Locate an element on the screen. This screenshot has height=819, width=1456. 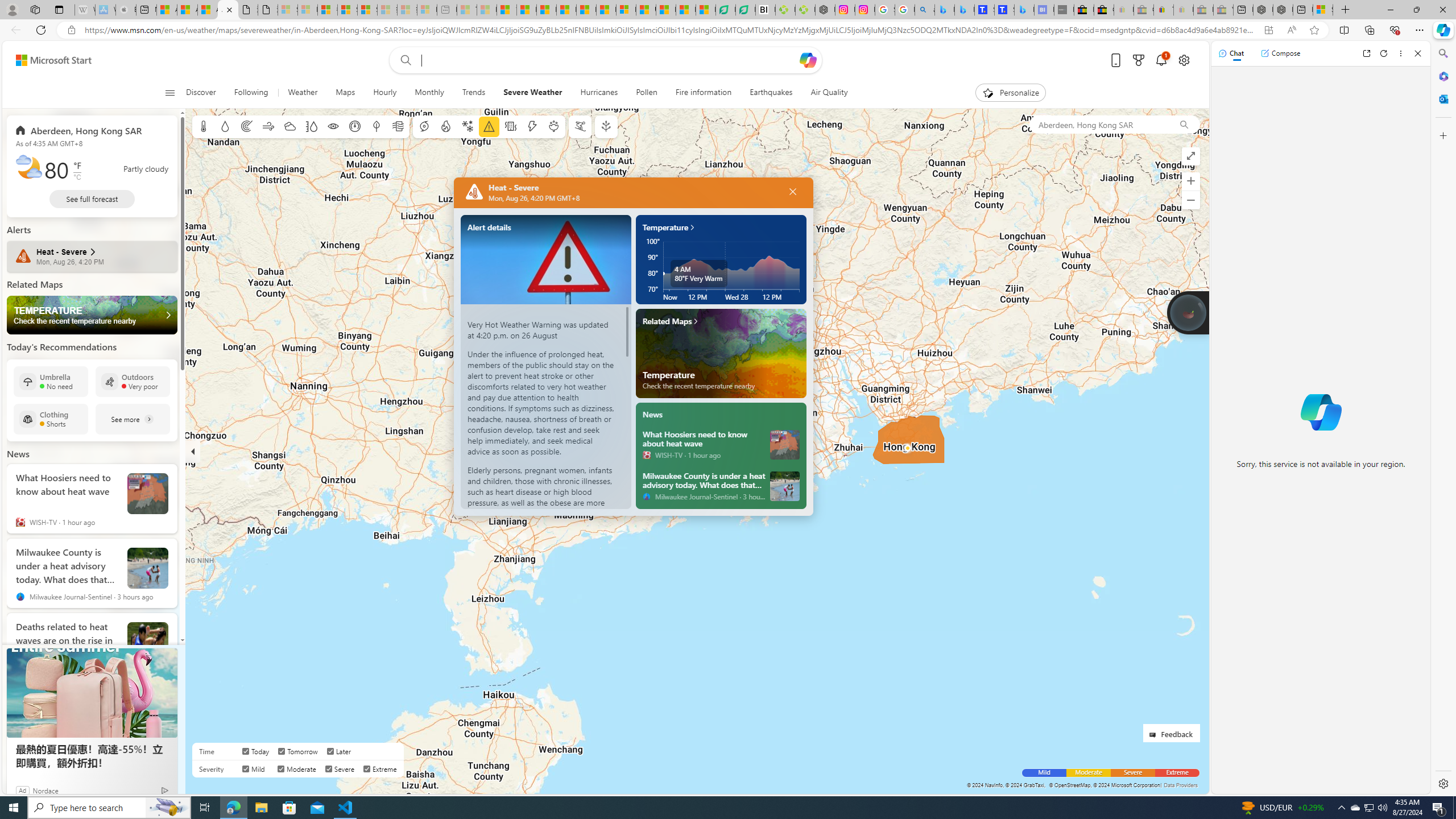
'Join us in planting real trees to help our planet!' is located at coordinates (1189, 311).